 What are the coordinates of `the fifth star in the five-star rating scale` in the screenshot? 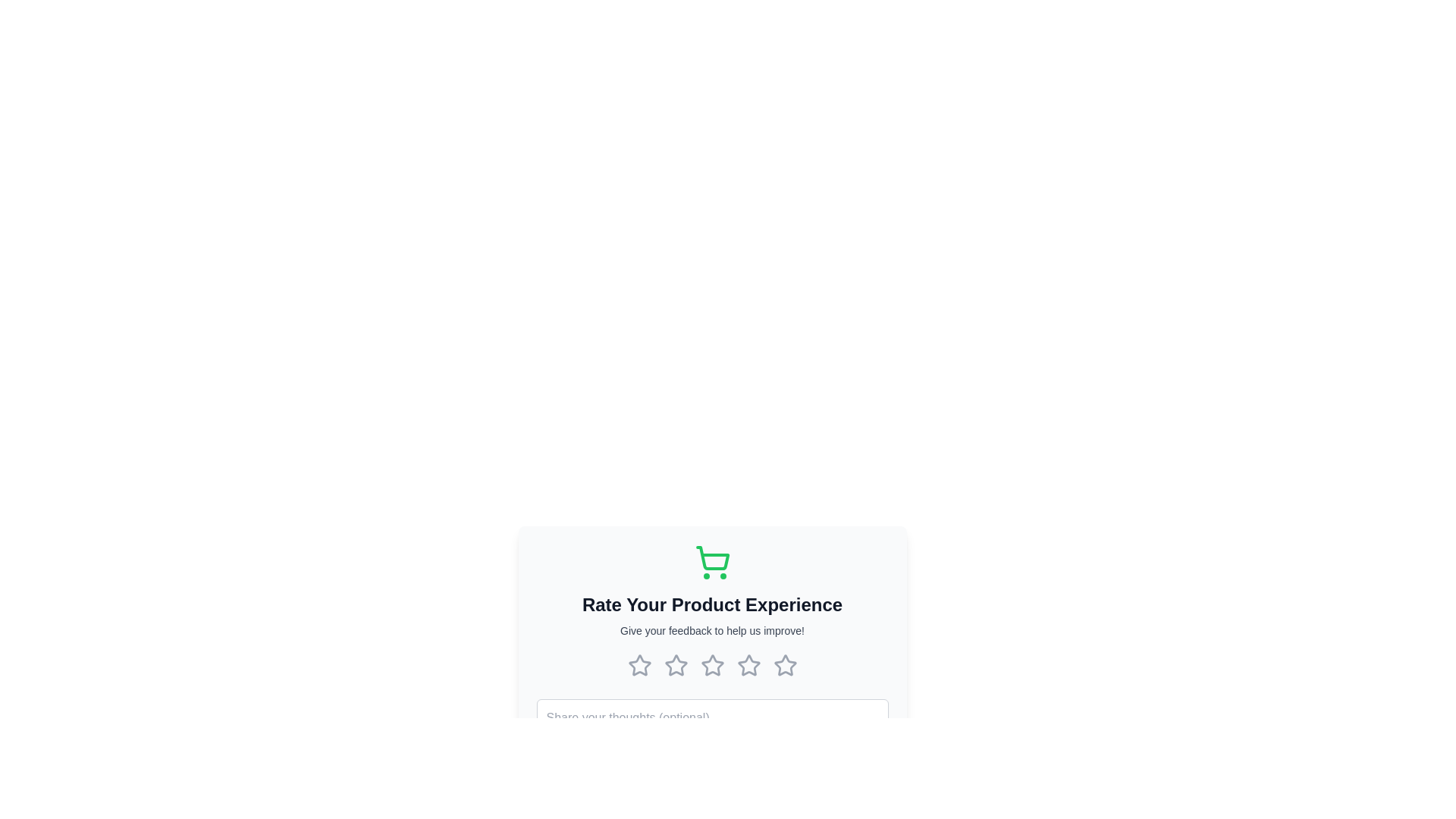 It's located at (785, 665).